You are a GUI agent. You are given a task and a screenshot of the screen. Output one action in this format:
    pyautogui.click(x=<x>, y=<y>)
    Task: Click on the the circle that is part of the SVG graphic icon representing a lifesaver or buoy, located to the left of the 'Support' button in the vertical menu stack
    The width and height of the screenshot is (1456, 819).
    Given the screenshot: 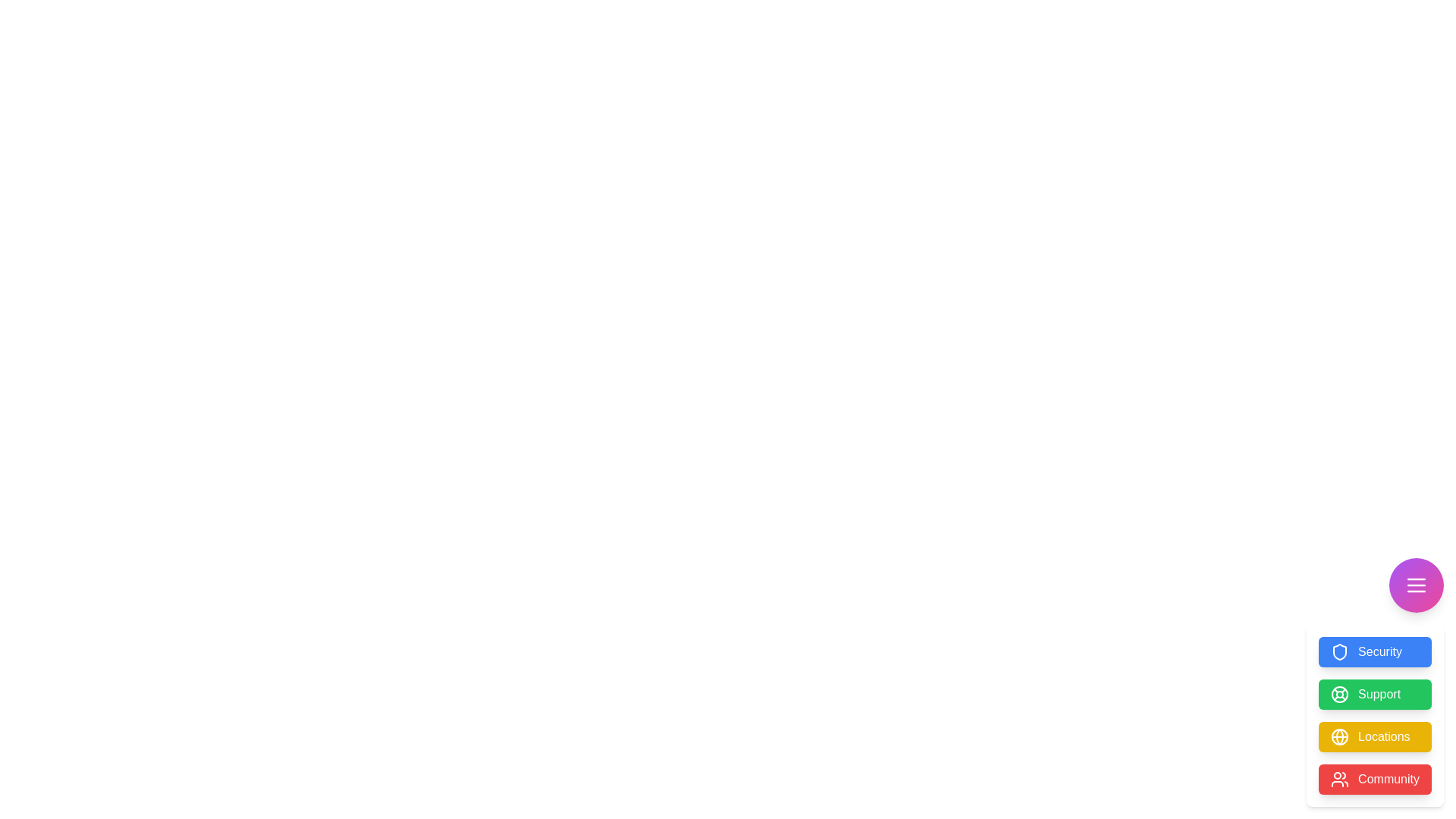 What is the action you would take?
    pyautogui.click(x=1340, y=694)
    